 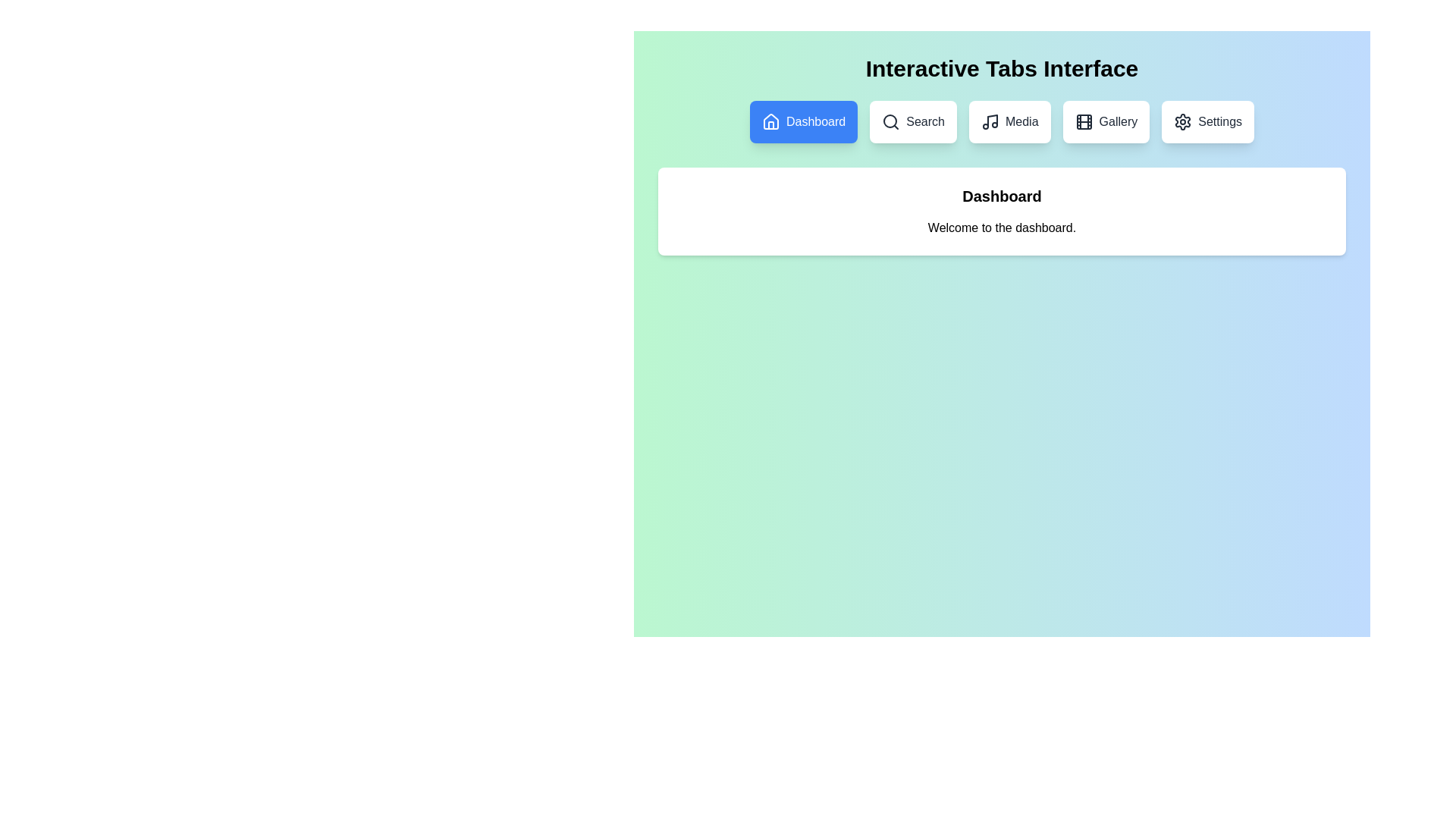 I want to click on the 'Media' navigation button icon, which is the third button from the left in the navigation row located under the title 'Interactive Tabs Interface', so click(x=990, y=121).